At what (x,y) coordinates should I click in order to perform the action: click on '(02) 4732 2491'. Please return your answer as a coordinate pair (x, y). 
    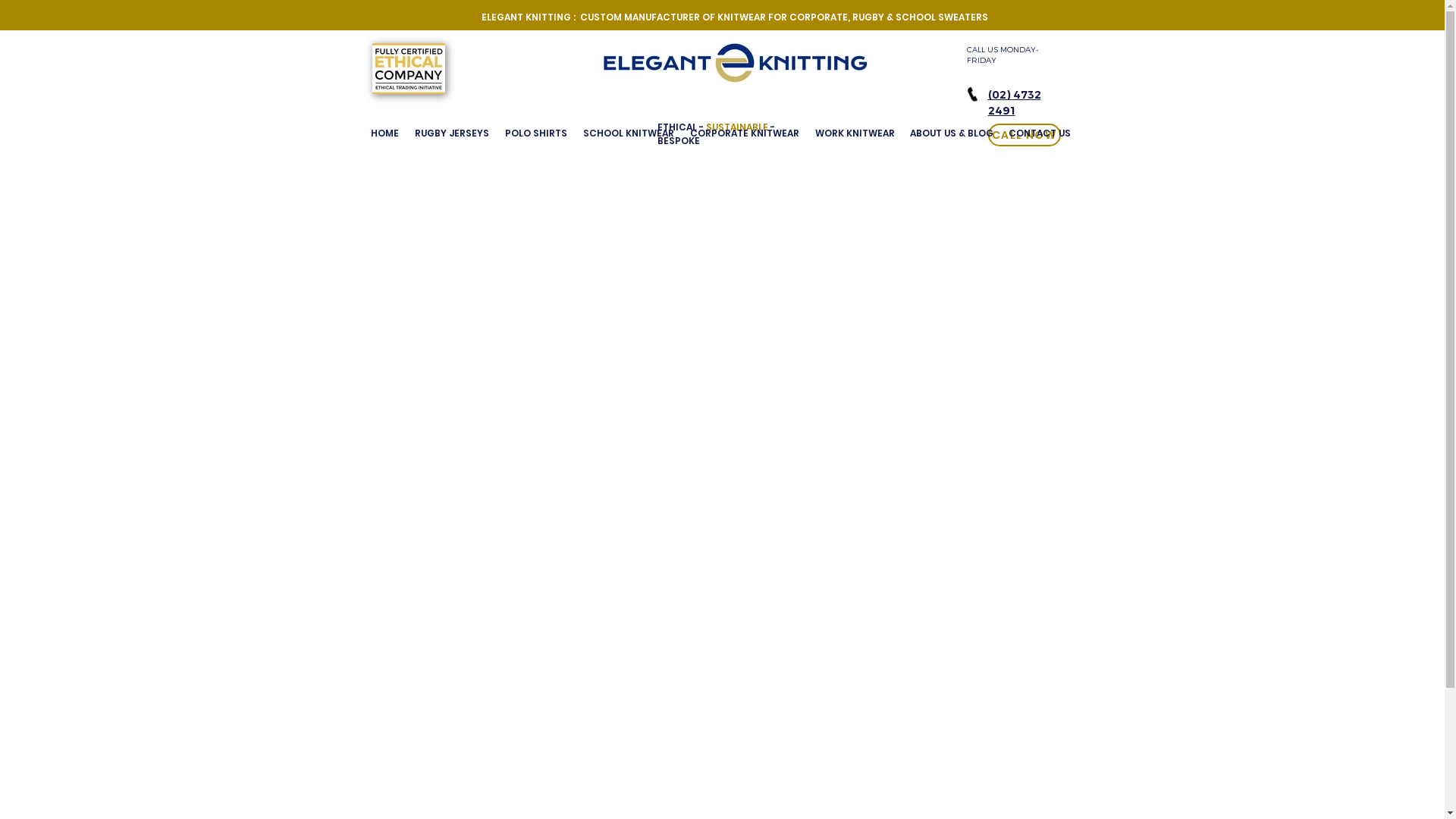
    Looking at the image, I should click on (1014, 102).